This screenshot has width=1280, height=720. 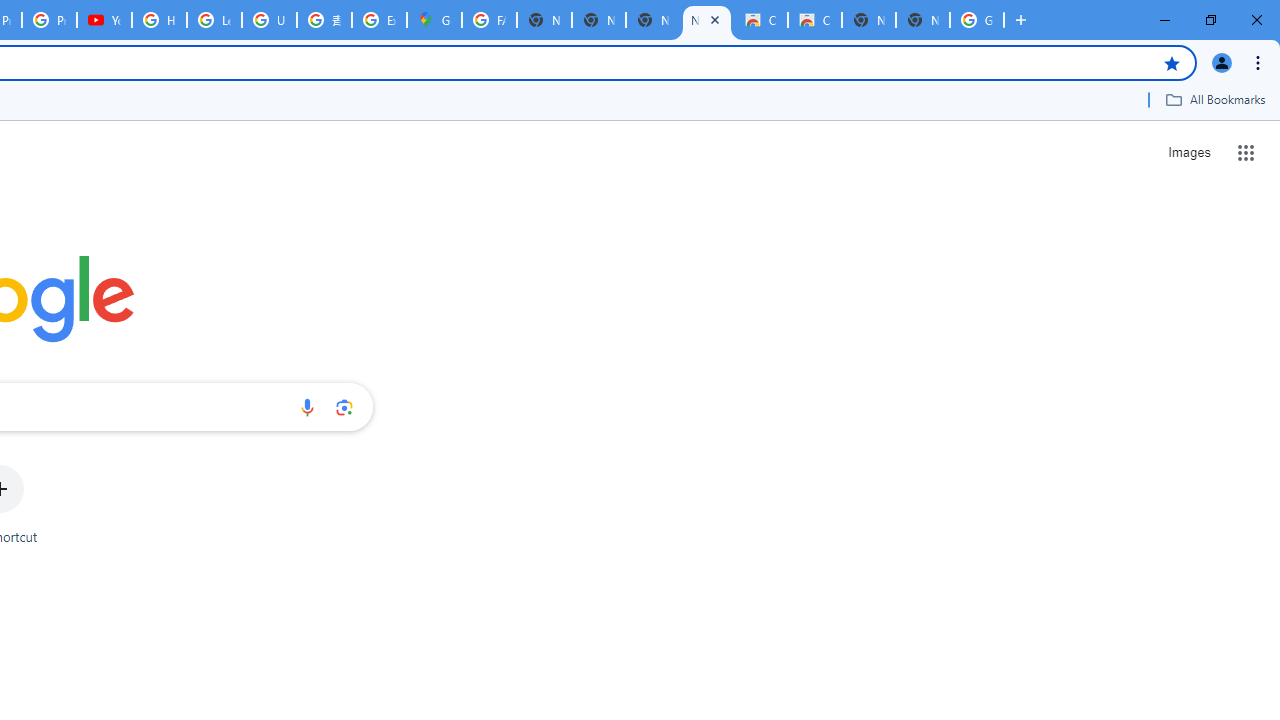 What do you see at coordinates (815, 20) in the screenshot?
I see `'Classic Blue - Chrome Web Store'` at bounding box center [815, 20].